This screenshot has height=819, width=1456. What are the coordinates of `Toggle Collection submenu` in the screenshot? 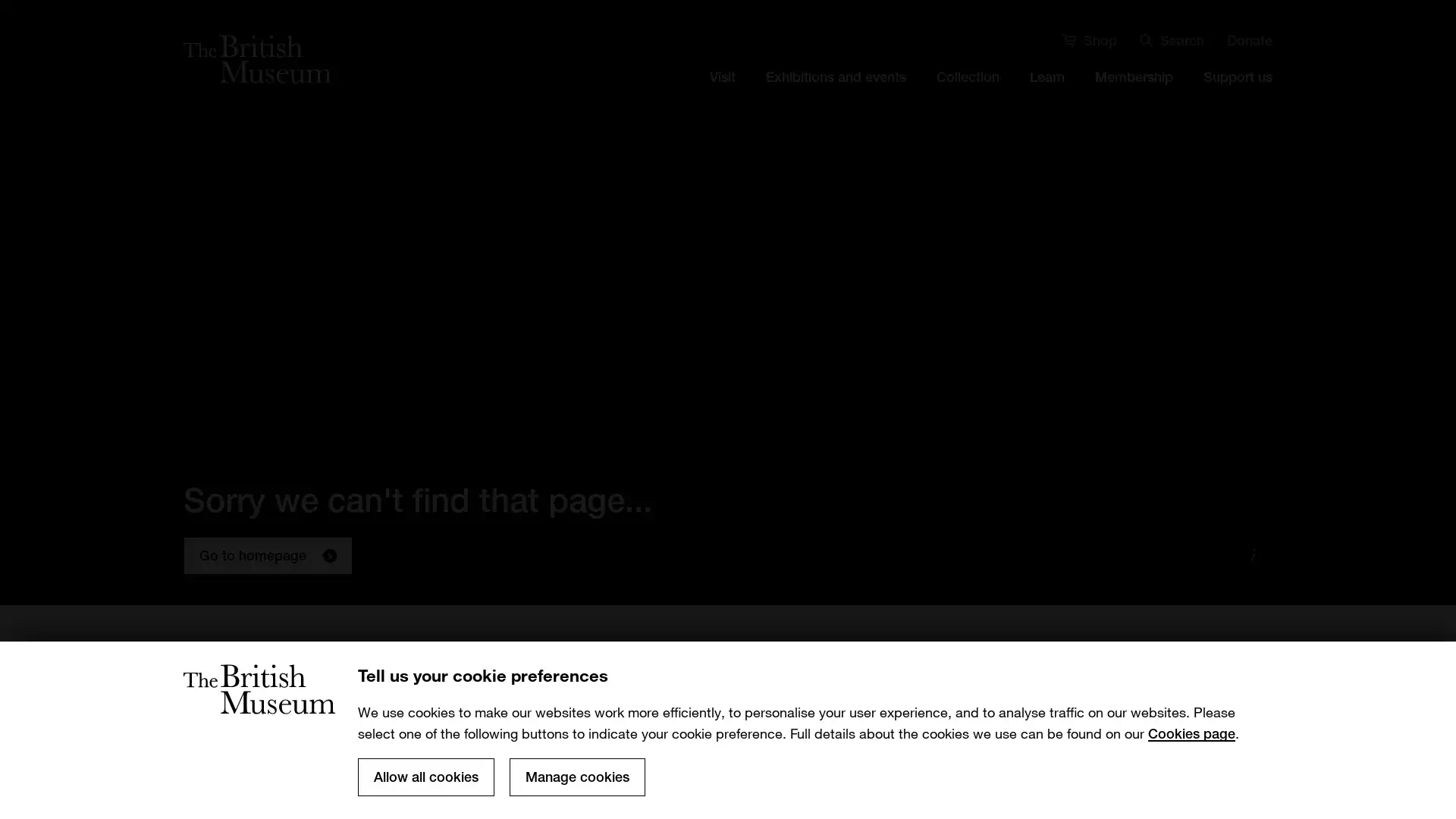 It's located at (967, 105).